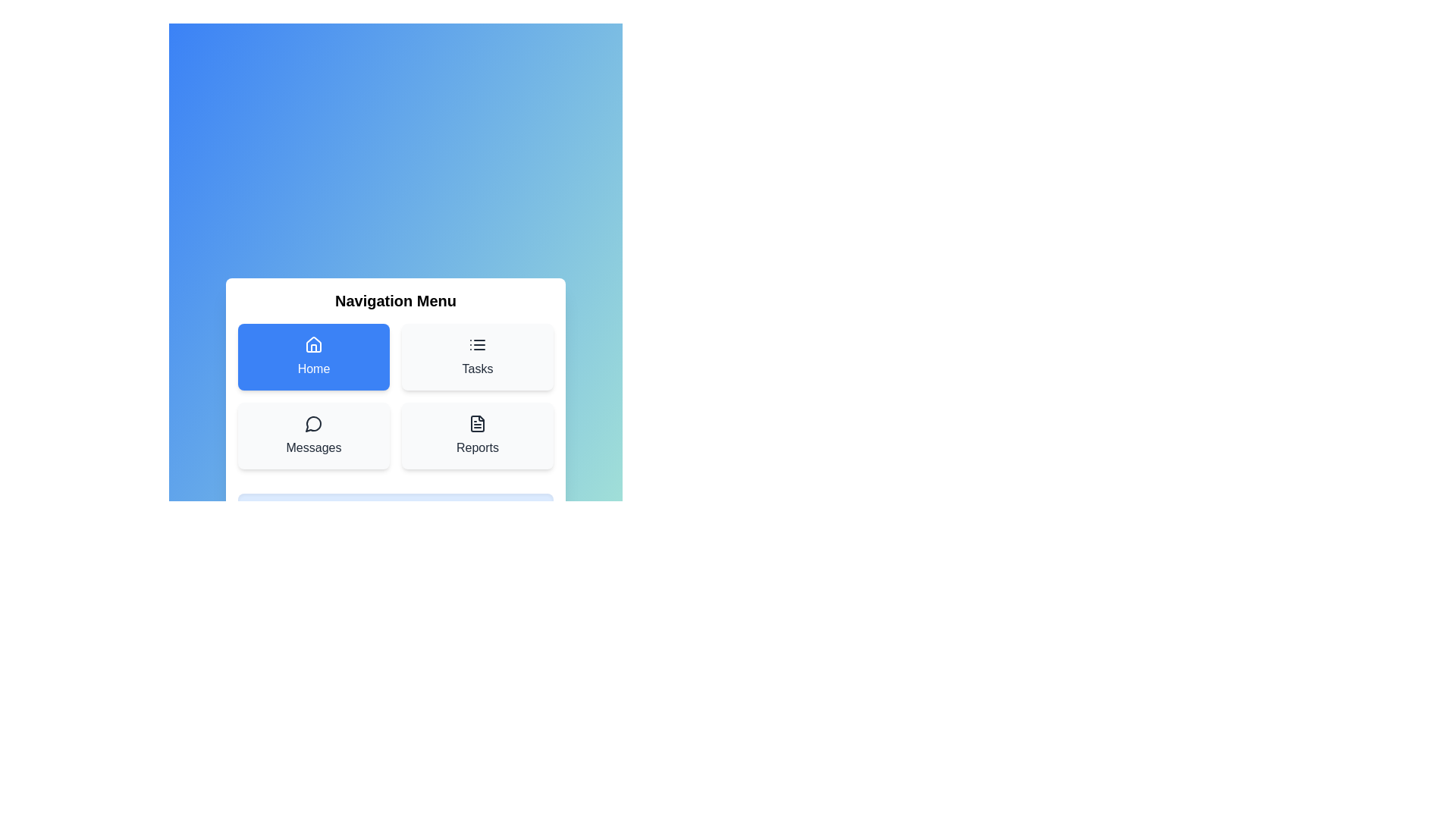  Describe the element at coordinates (476, 435) in the screenshot. I see `the menu item Reports to observe the visual feedback` at that location.